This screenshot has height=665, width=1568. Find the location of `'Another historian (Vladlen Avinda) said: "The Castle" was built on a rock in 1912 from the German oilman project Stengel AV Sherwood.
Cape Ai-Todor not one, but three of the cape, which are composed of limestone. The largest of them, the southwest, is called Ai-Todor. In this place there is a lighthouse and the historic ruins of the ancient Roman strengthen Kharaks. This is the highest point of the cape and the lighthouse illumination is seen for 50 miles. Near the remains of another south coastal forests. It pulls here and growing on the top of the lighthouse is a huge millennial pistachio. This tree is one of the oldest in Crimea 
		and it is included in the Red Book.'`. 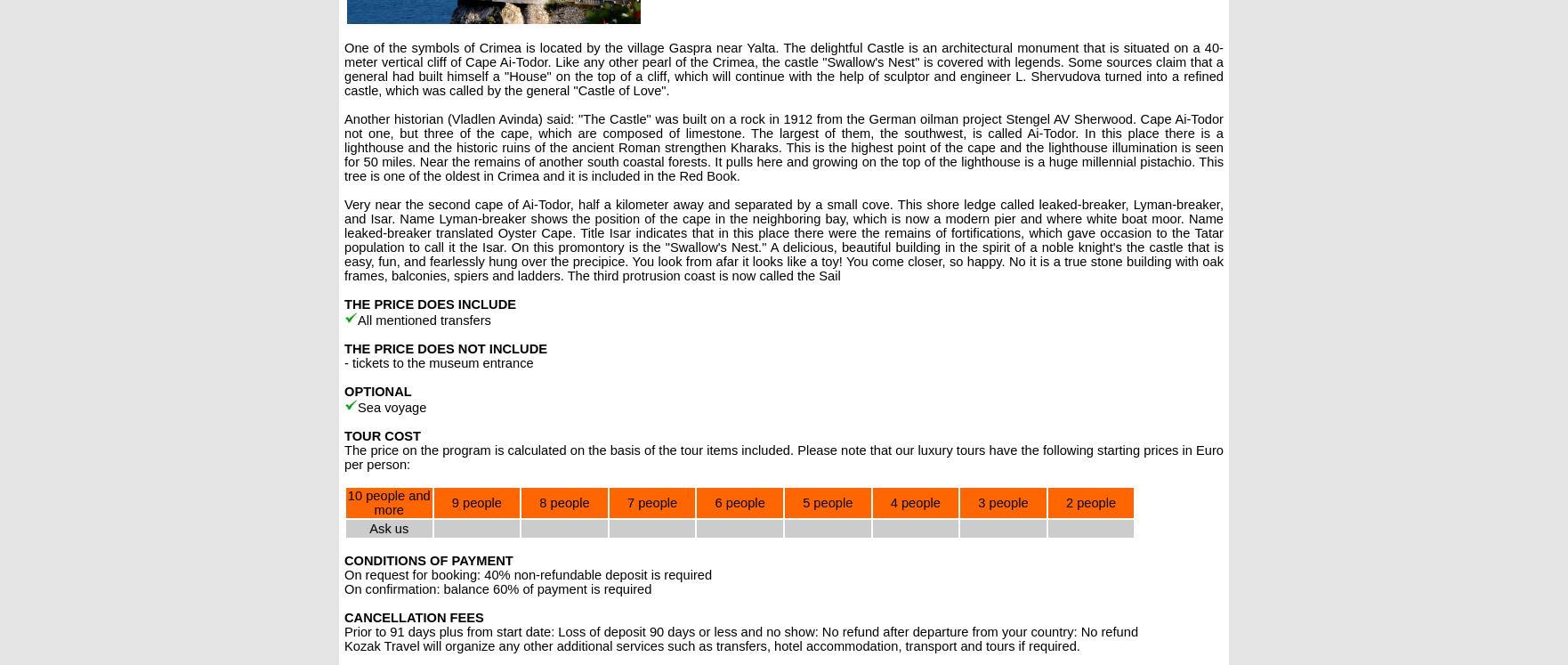

'Another historian (Vladlen Avinda) said: "The Castle" was built on a rock in 1912 from the German oilman project Stengel AV Sherwood.
Cape Ai-Todor not one, but three of the cape, which are composed of limestone. The largest of them, the southwest, is called Ai-Todor. In this place there is a lighthouse and the historic ruins of the ancient Roman strengthen Kharaks. This is the highest point of the cape and the lighthouse illumination is seen for 50 miles. Near the remains of another south coastal forests. It pulls here and growing on the top of the lighthouse is a huge millennial pistachio. This tree is one of the oldest in Crimea 
		and it is included in the Red Book.' is located at coordinates (784, 146).